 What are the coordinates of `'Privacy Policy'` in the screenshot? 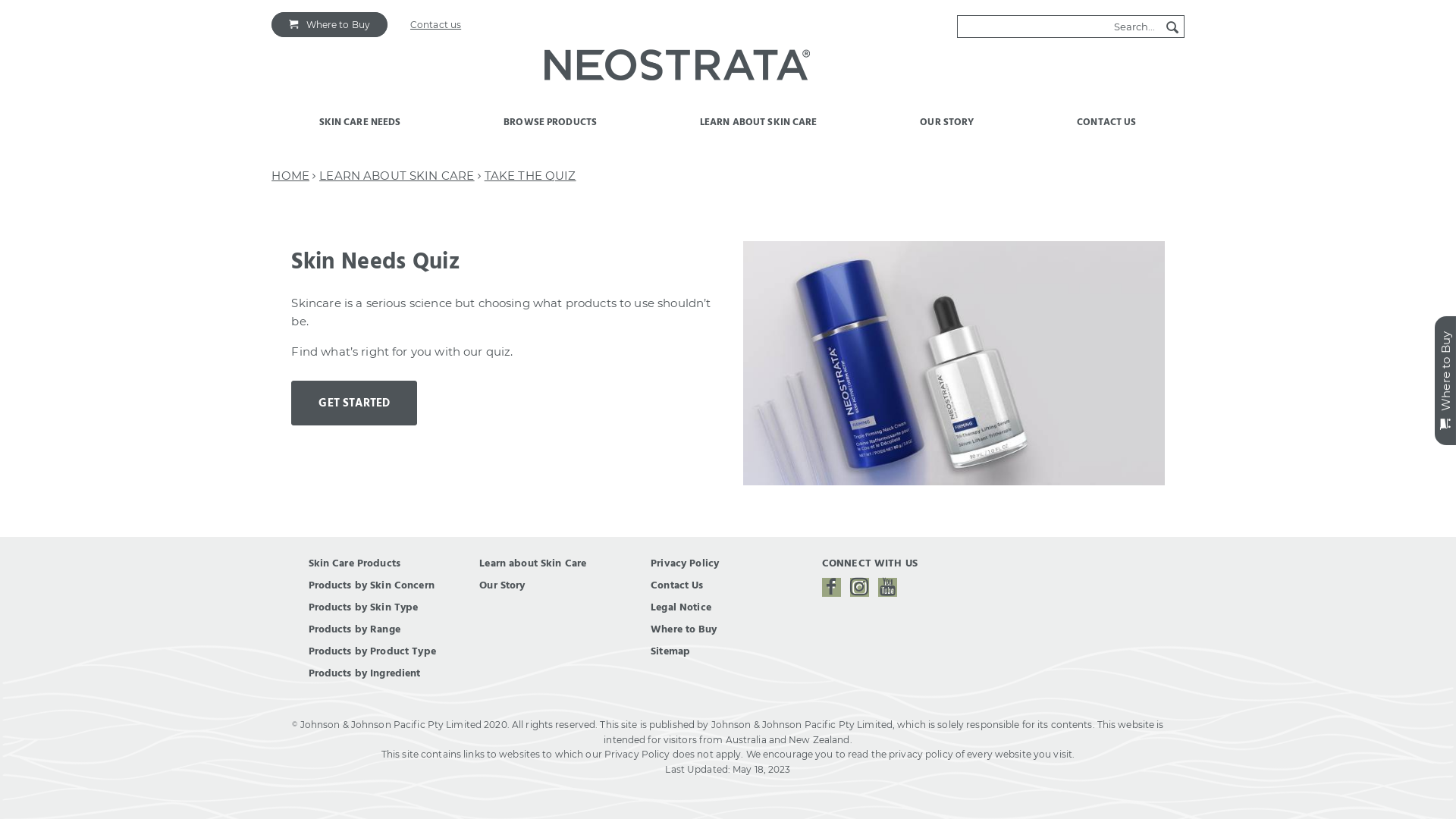 It's located at (651, 563).